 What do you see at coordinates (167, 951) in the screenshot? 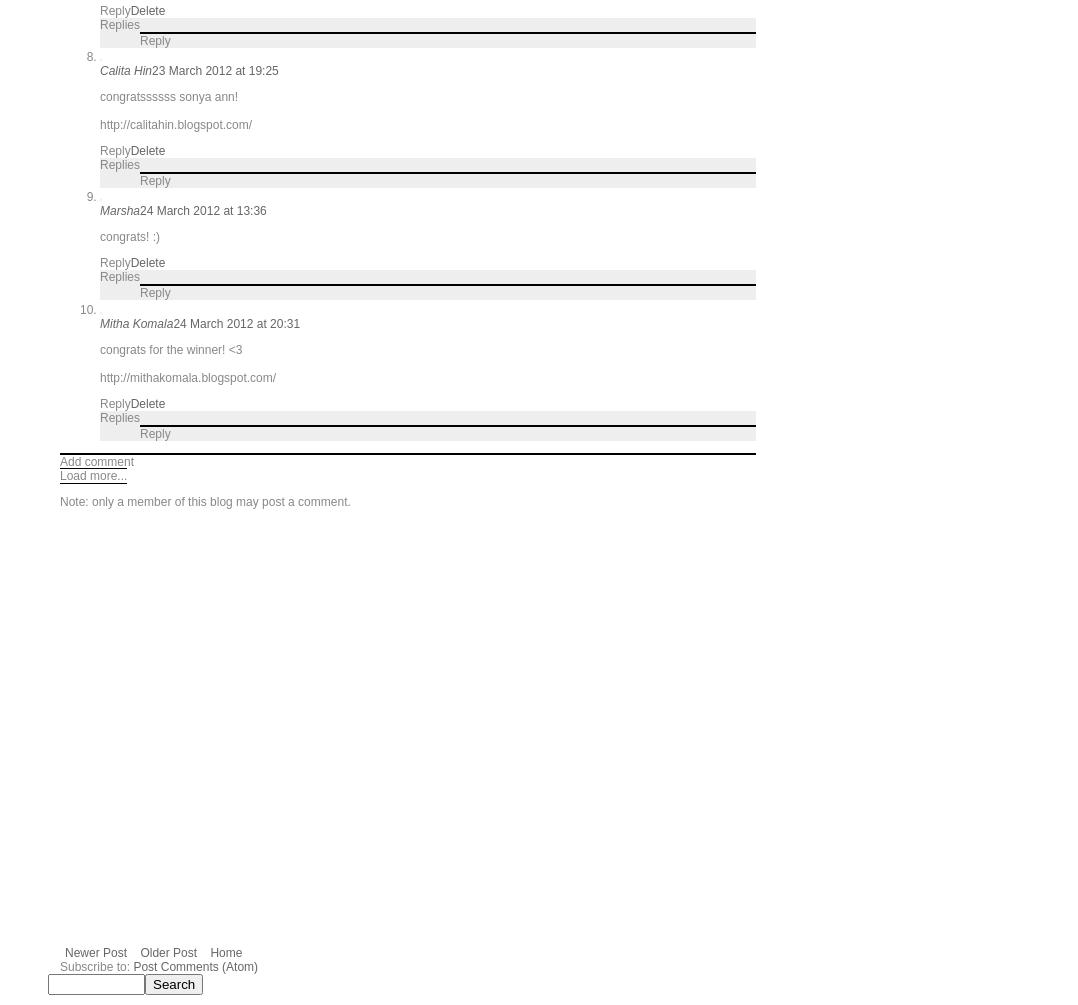
I see `'Older Post'` at bounding box center [167, 951].